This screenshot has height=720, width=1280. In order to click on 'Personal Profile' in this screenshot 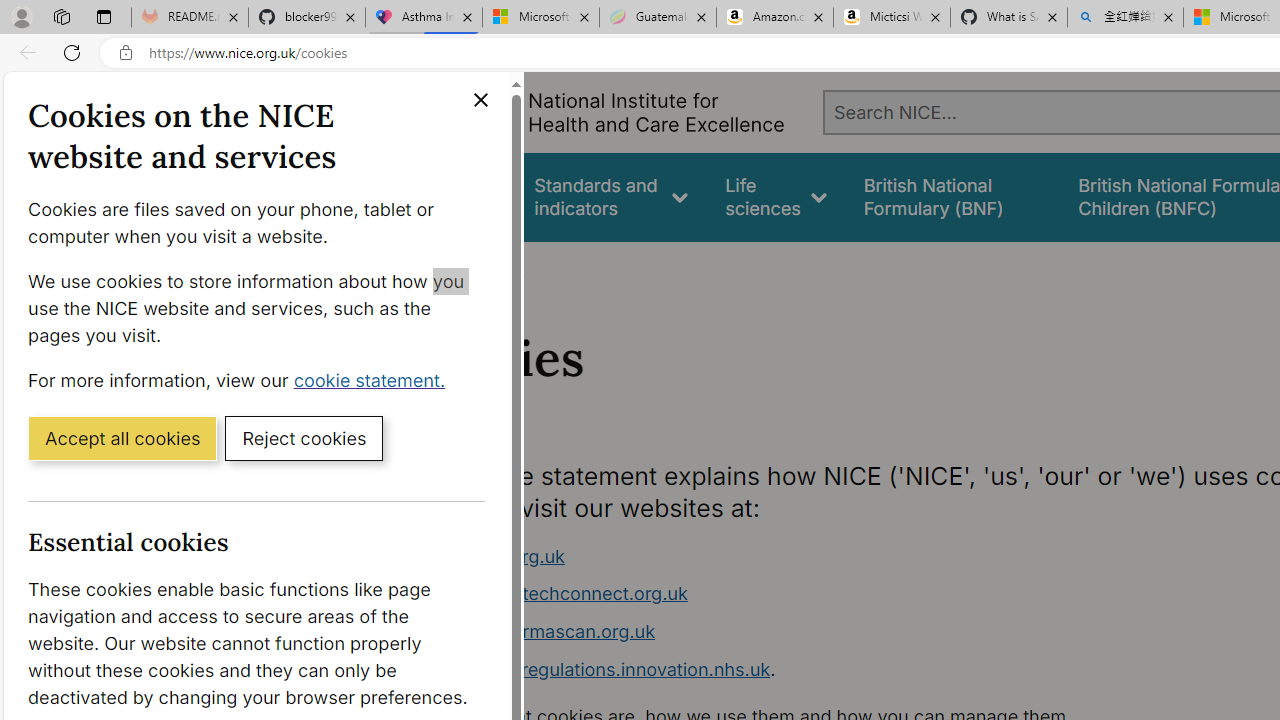, I will do `click(21, 16)`.